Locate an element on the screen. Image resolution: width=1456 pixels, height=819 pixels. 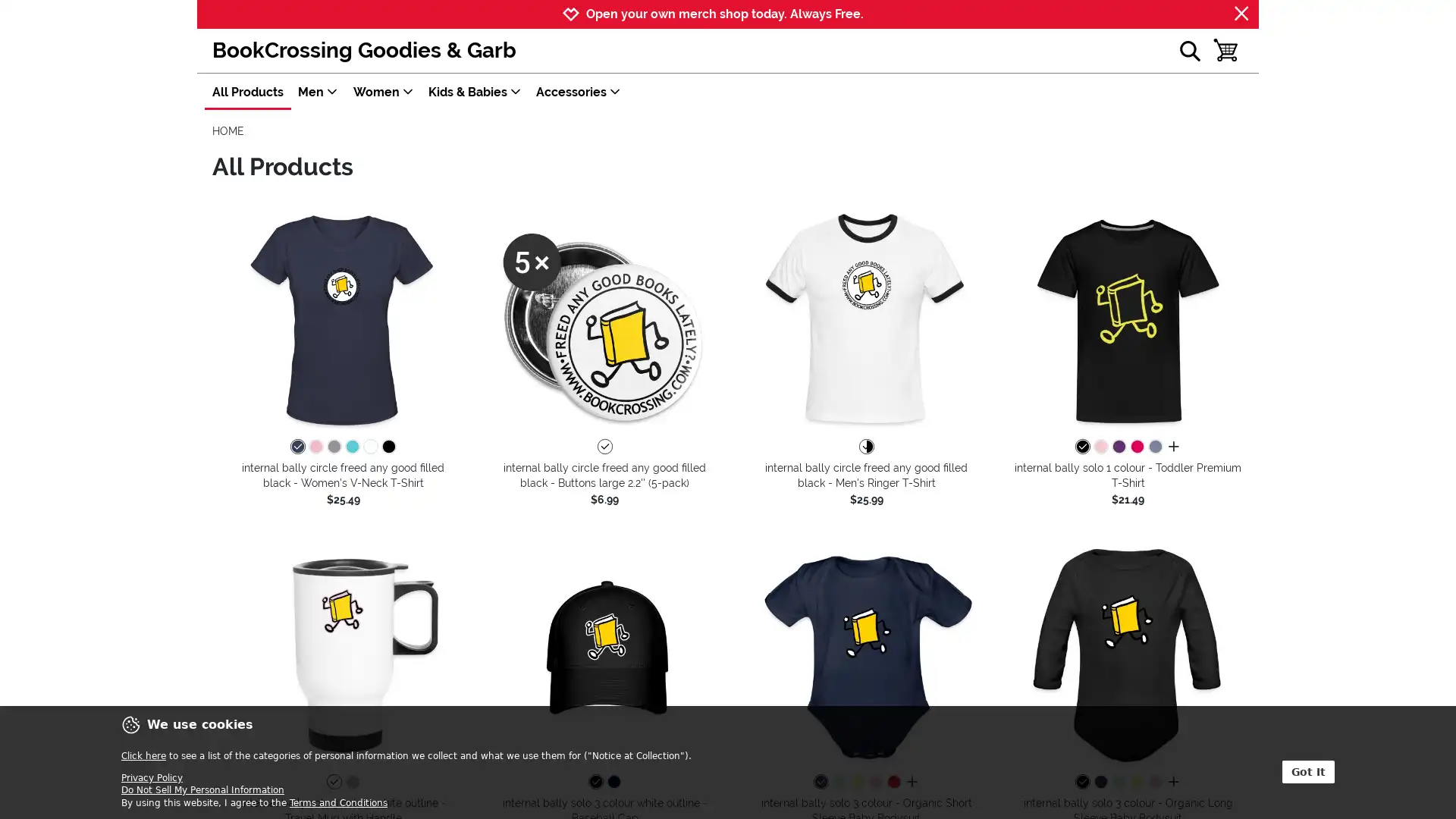
light pink is located at coordinates (874, 783).